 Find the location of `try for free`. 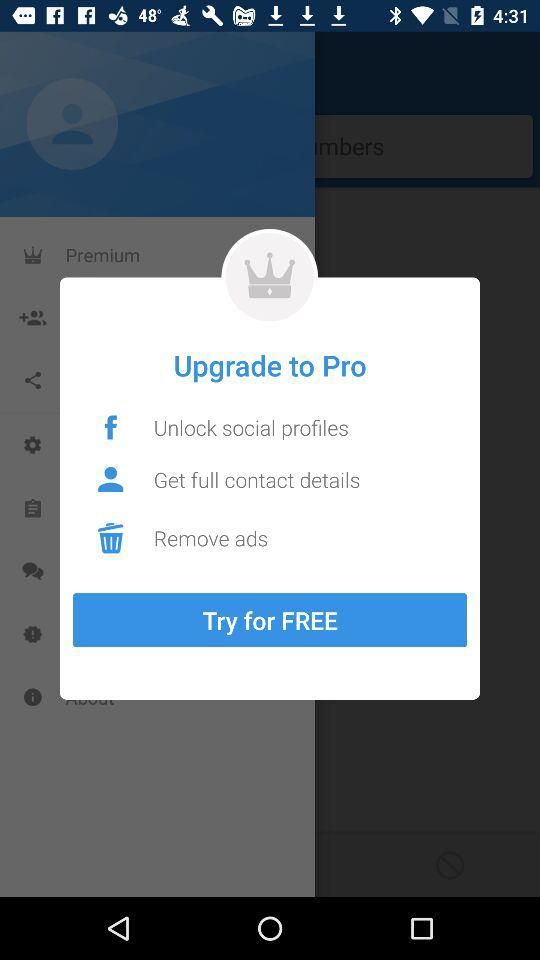

try for free is located at coordinates (270, 619).